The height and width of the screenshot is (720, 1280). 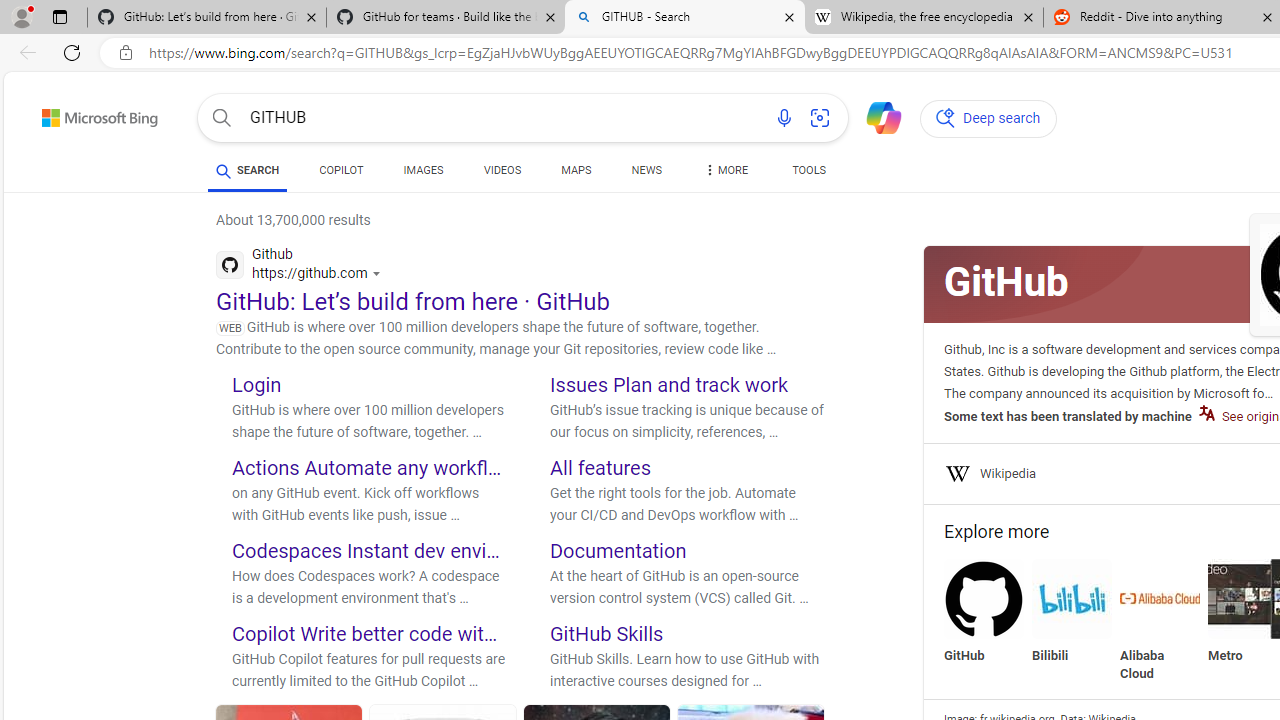 What do you see at coordinates (984, 611) in the screenshot?
I see `'Explore more GitHub'` at bounding box center [984, 611].